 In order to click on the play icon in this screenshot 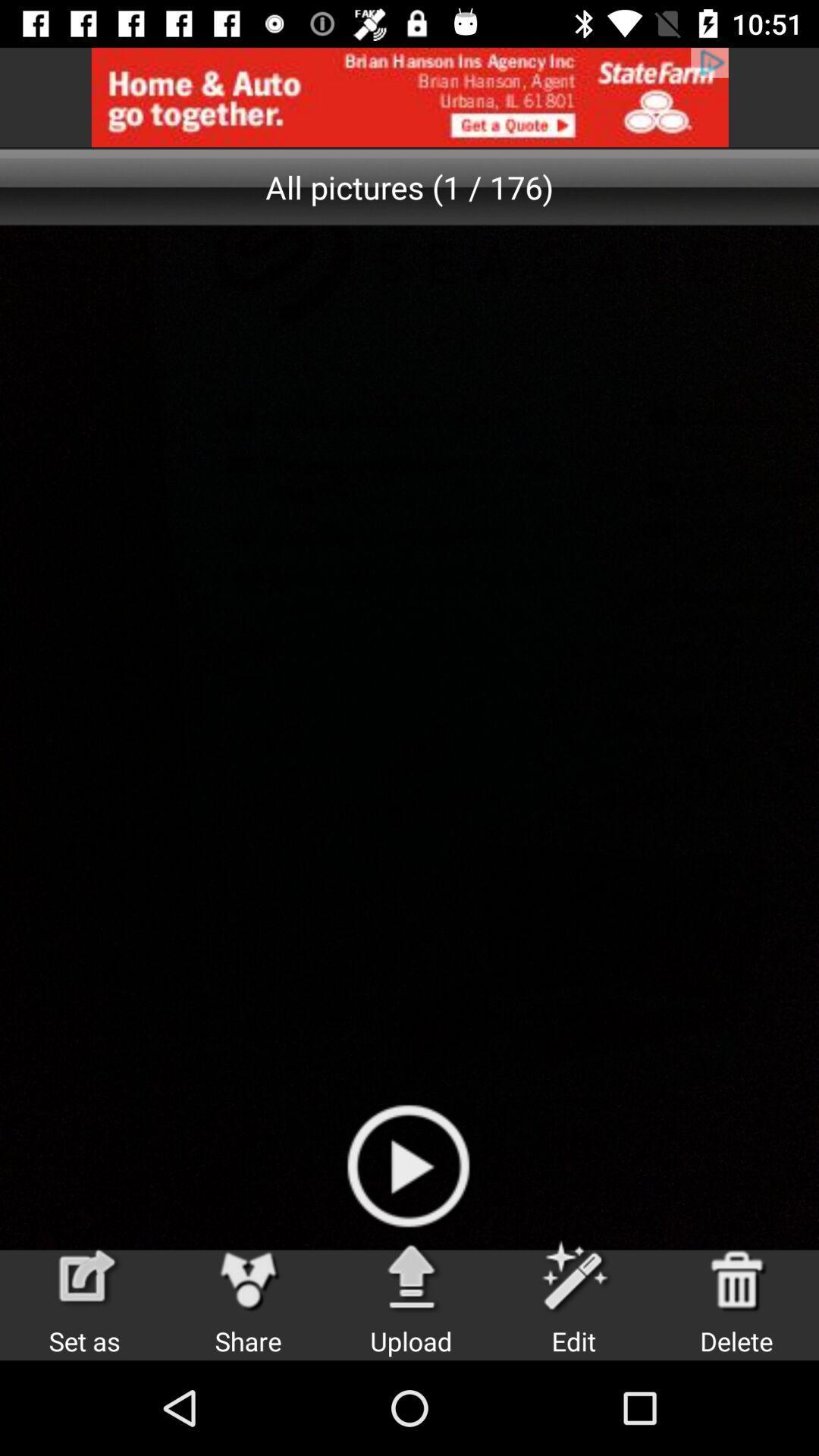, I will do `click(409, 1166)`.